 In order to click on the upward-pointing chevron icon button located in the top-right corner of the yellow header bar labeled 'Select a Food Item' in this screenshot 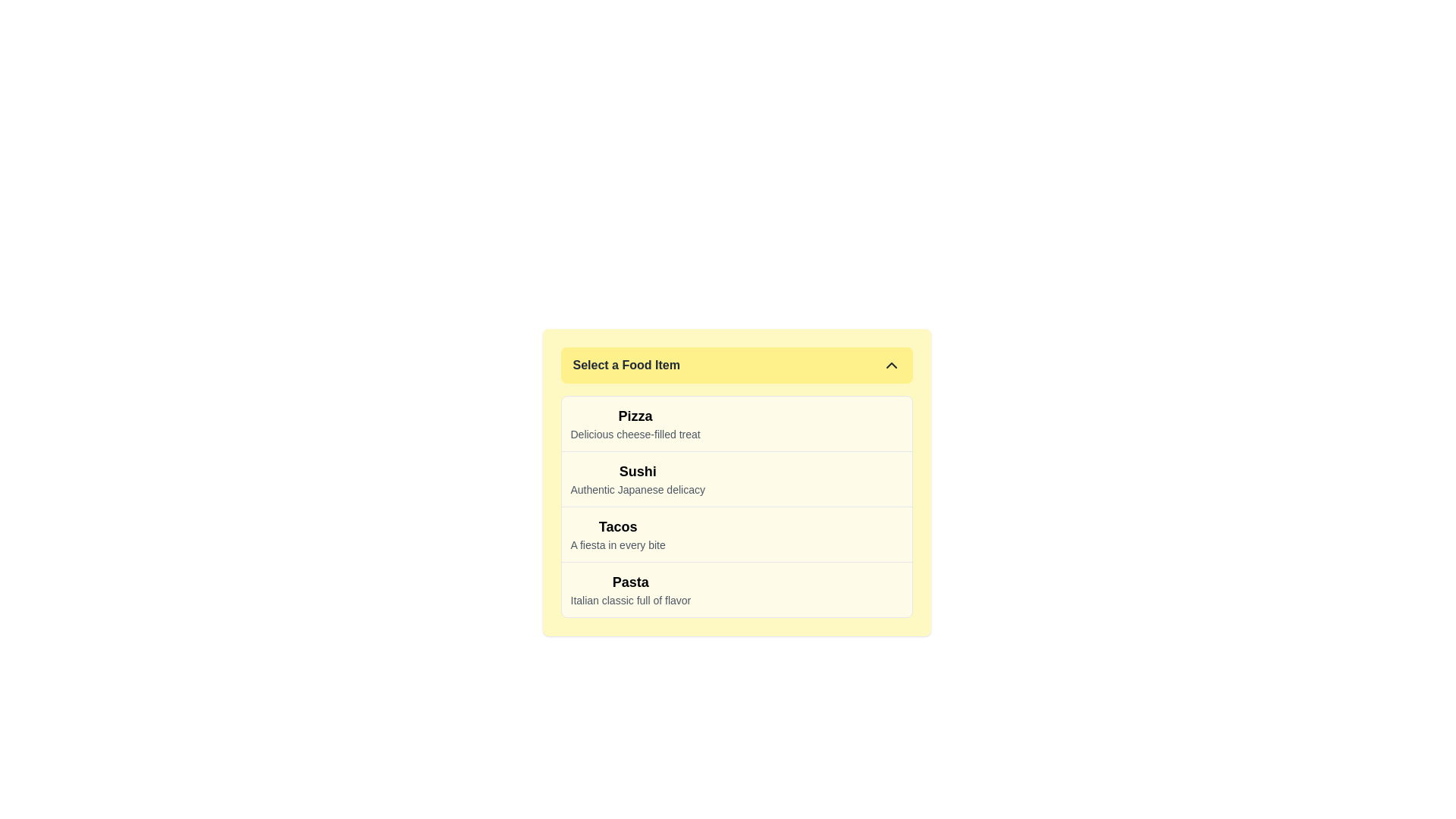, I will do `click(891, 366)`.